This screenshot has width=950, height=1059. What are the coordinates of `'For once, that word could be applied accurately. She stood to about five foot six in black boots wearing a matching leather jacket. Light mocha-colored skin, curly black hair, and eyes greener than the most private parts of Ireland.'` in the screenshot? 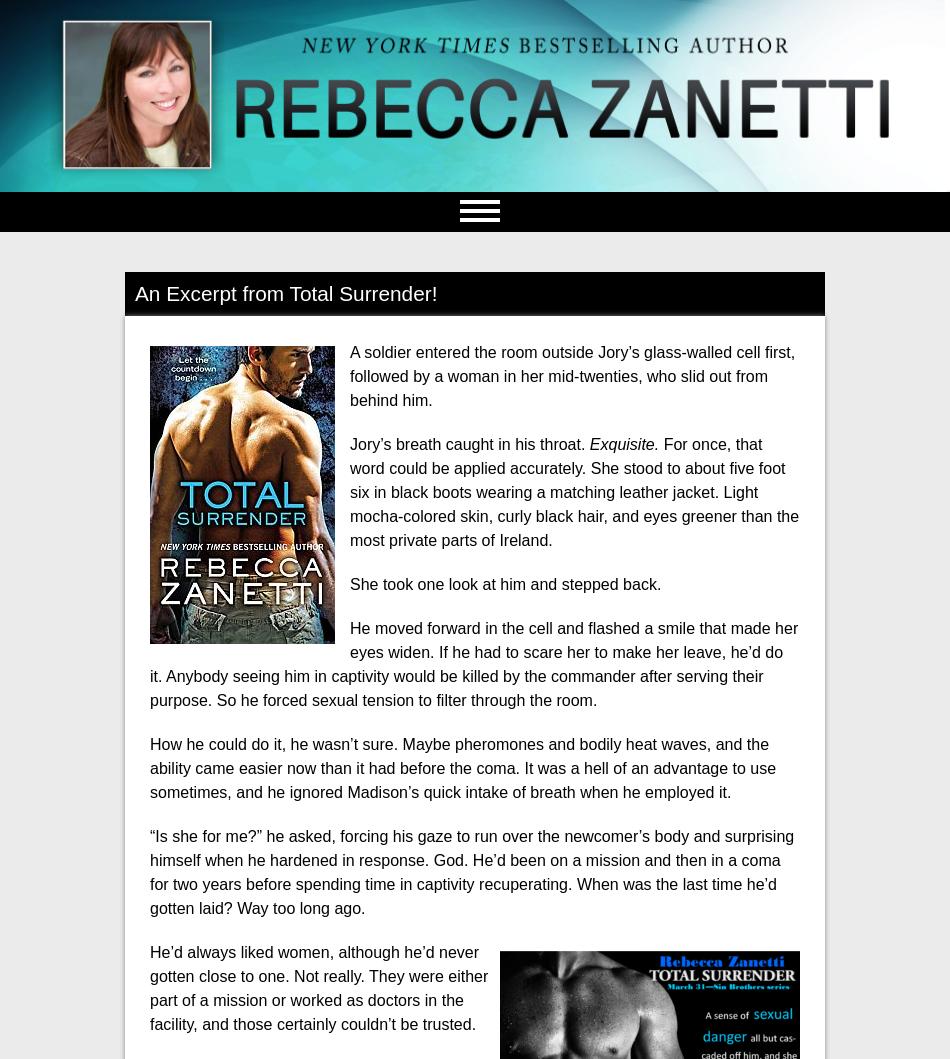 It's located at (574, 491).